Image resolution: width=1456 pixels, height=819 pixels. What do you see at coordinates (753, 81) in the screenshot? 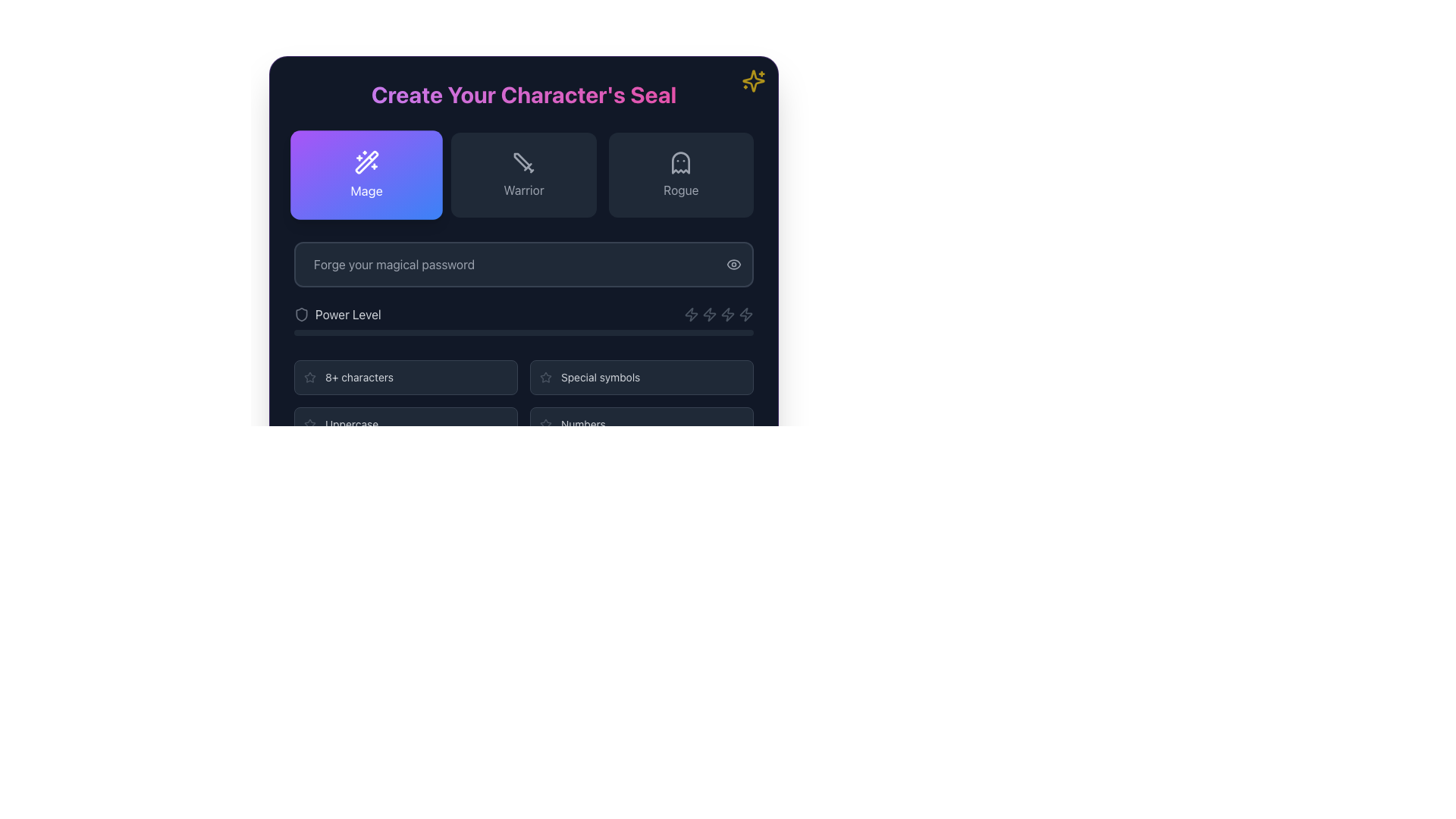
I see `the Decorative Icon, which is a sparkly star styled with yellow coloring and pulsating animation, located in the upper-right corner outside the main title box of 'Create Your Character's Seal'` at bounding box center [753, 81].